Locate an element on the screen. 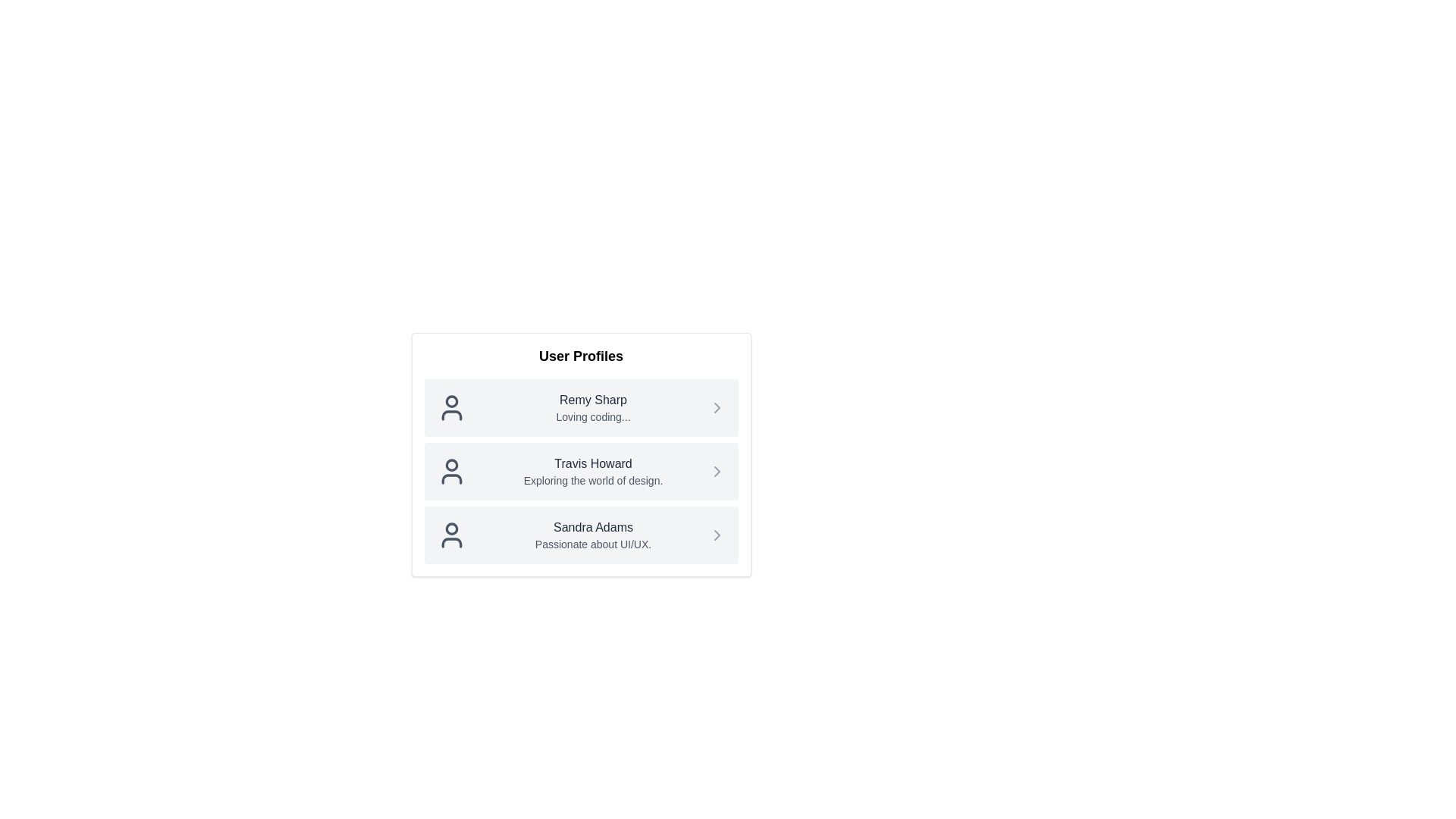 The height and width of the screenshot is (819, 1456). the List Entry Card for 'Sandra Adams', which is the third item in the vertical list of user profiles is located at coordinates (580, 534).